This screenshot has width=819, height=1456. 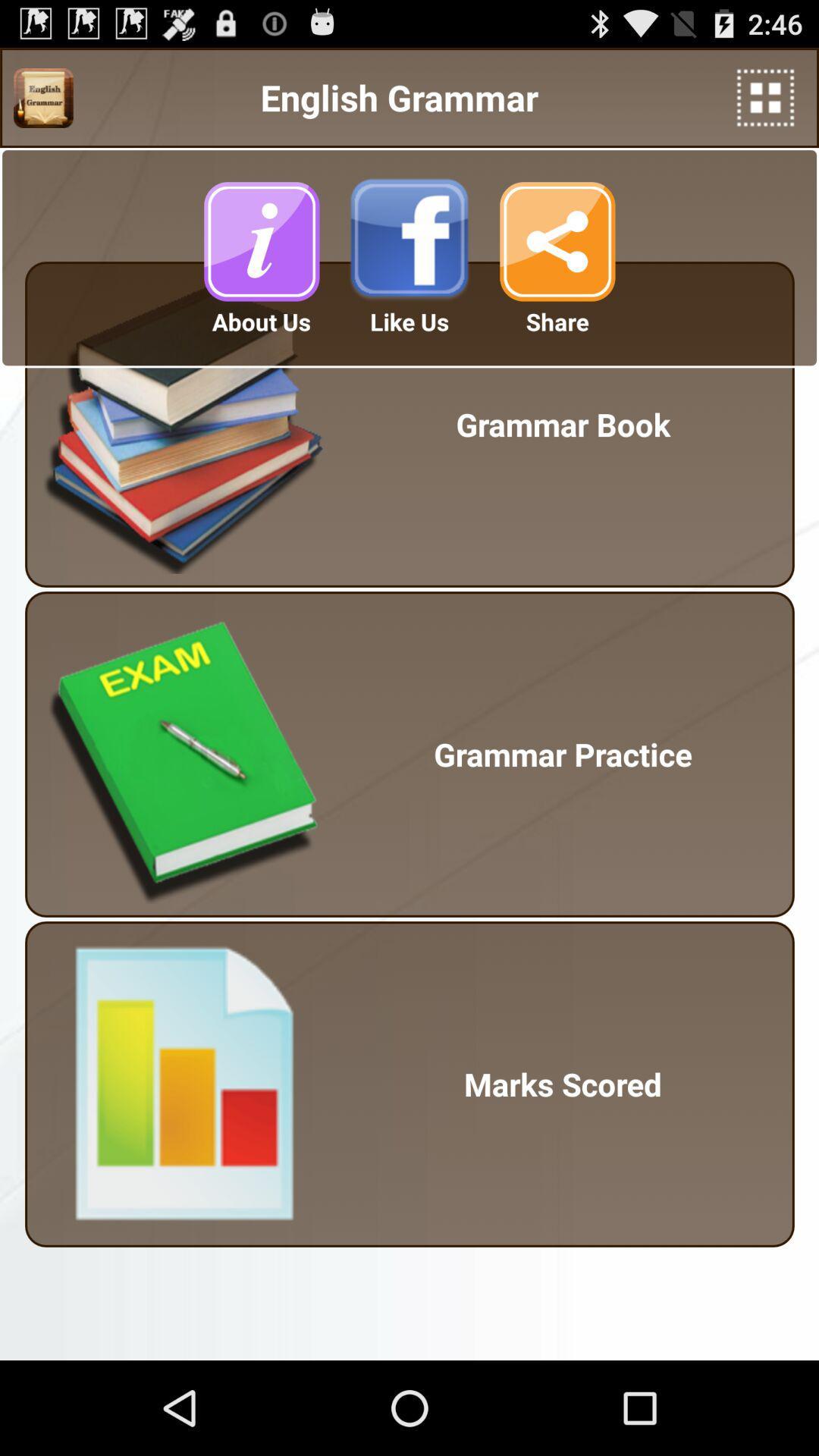 I want to click on the button is used to share the page to others, so click(x=557, y=240).